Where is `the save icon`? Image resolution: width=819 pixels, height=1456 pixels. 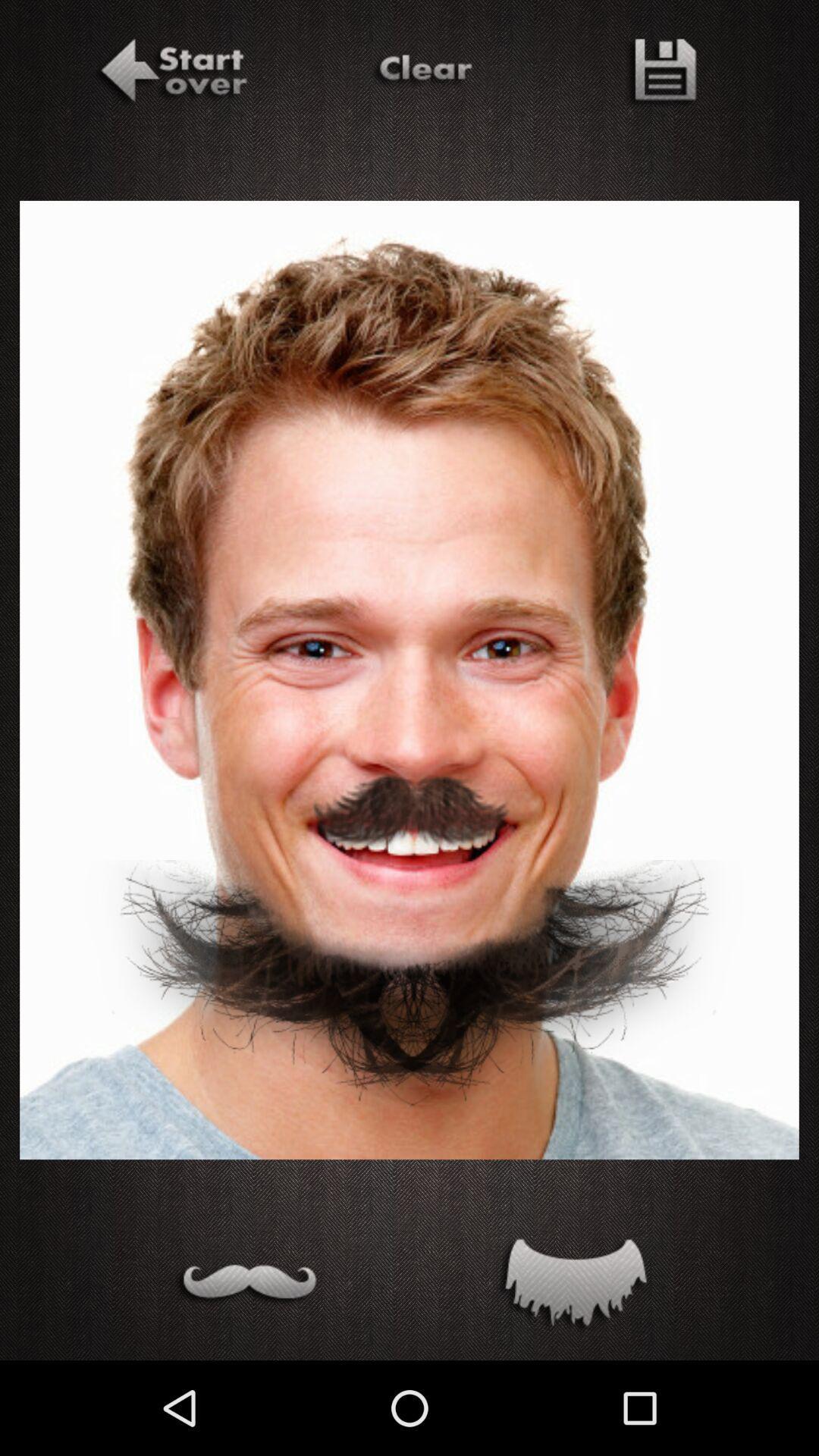 the save icon is located at coordinates (660, 73).